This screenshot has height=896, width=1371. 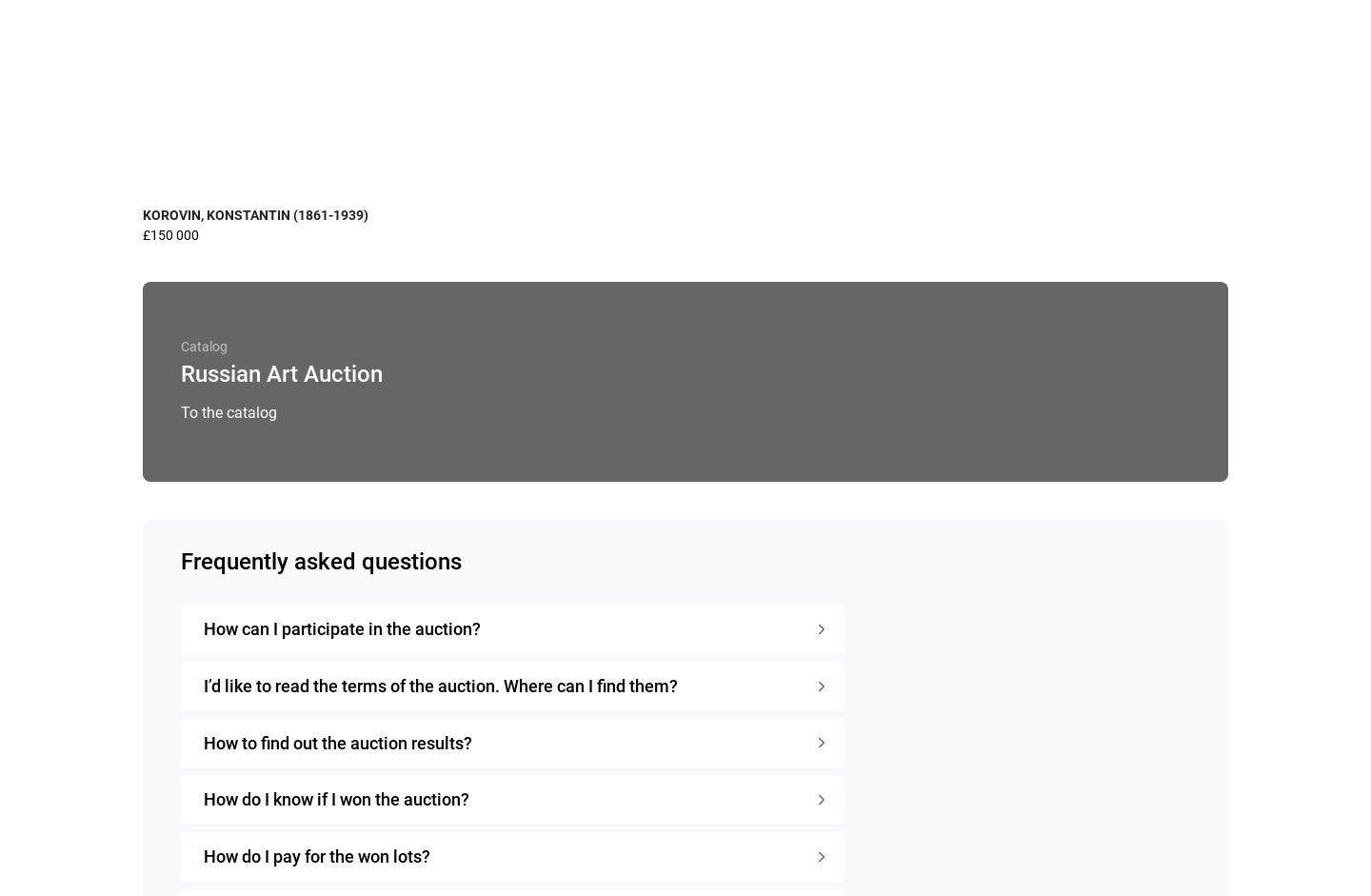 I want to click on 'How can I participate in the auction?', so click(x=342, y=627).